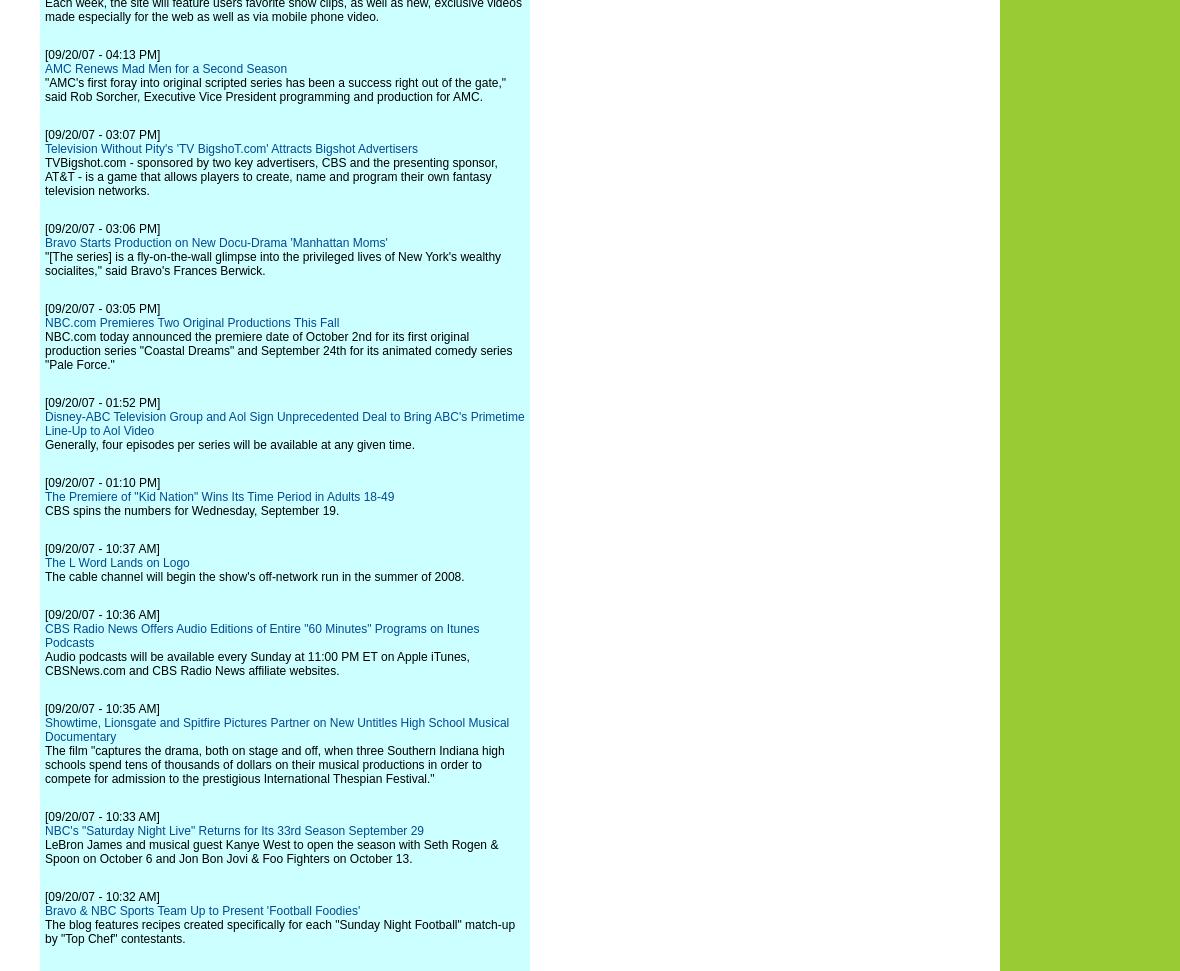 Image resolution: width=1180 pixels, height=971 pixels. What do you see at coordinates (101, 228) in the screenshot?
I see `'[09/20/07 - 03:06 PM]'` at bounding box center [101, 228].